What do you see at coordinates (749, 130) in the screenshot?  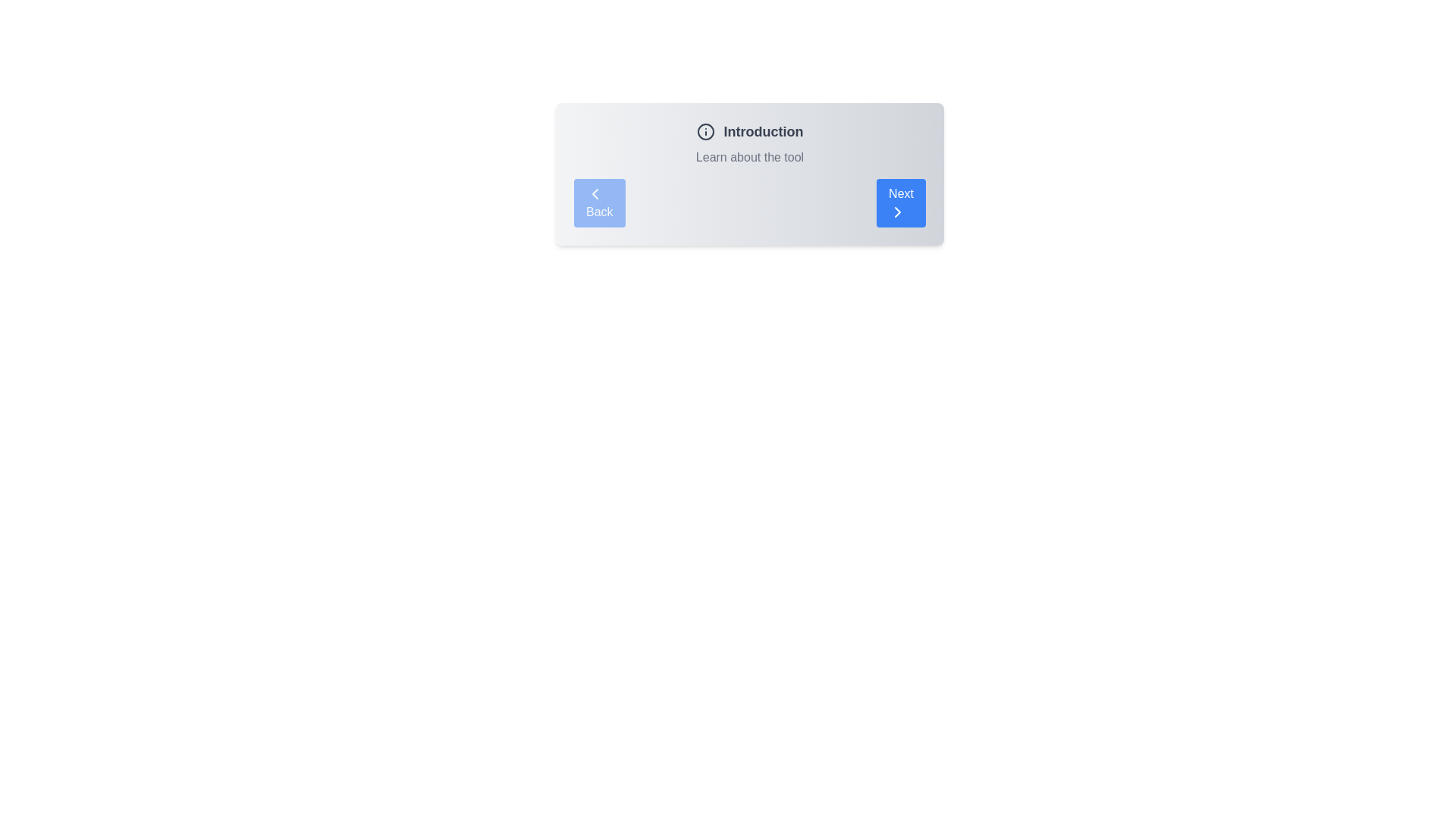 I see `the Text Display element located at the top-center of the card, which serves as a title or heading above the text 'Learn about the tool' and between the 'Back' and 'Next' buttons` at bounding box center [749, 130].